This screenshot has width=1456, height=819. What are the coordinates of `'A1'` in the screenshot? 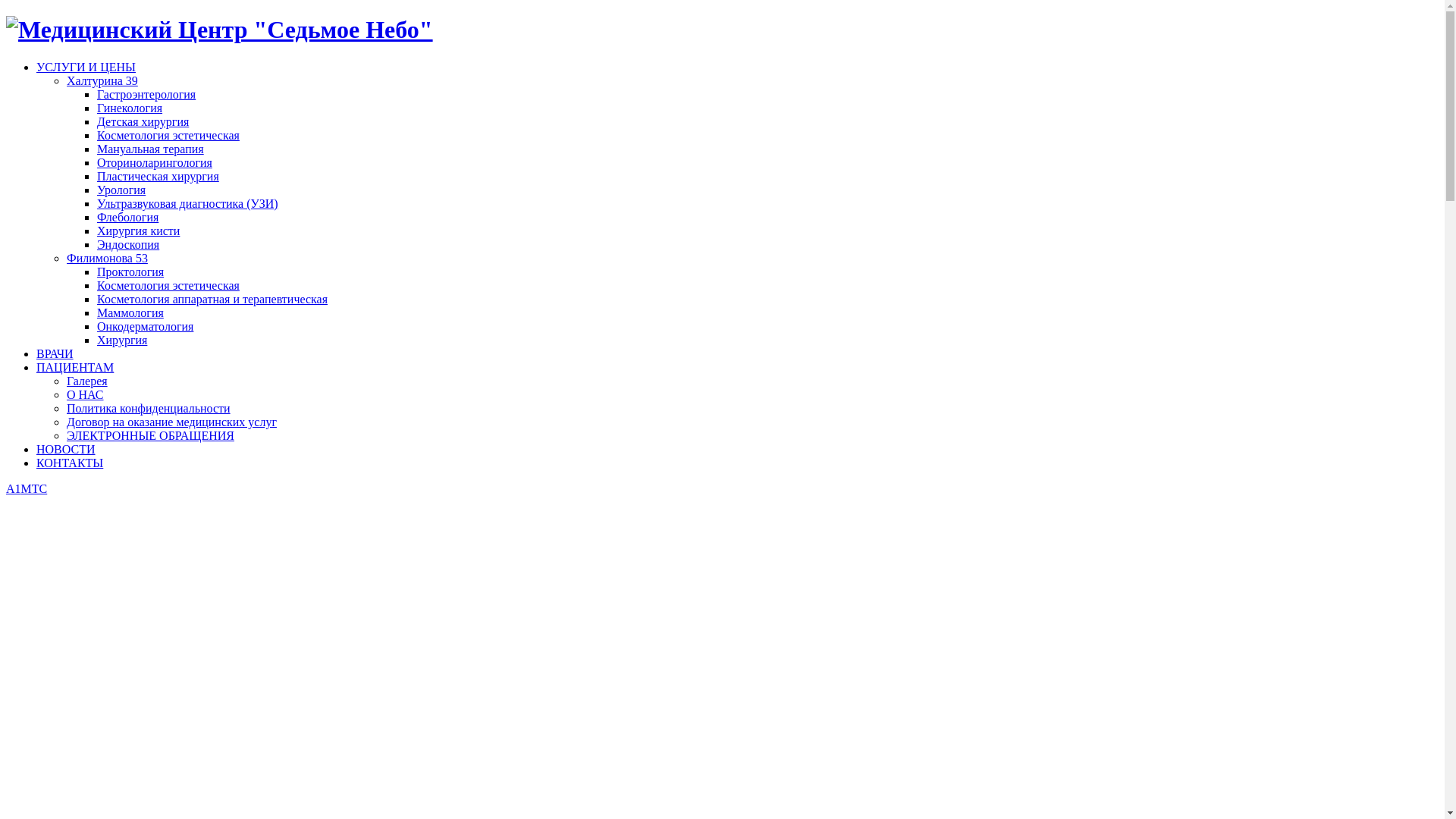 It's located at (14, 488).